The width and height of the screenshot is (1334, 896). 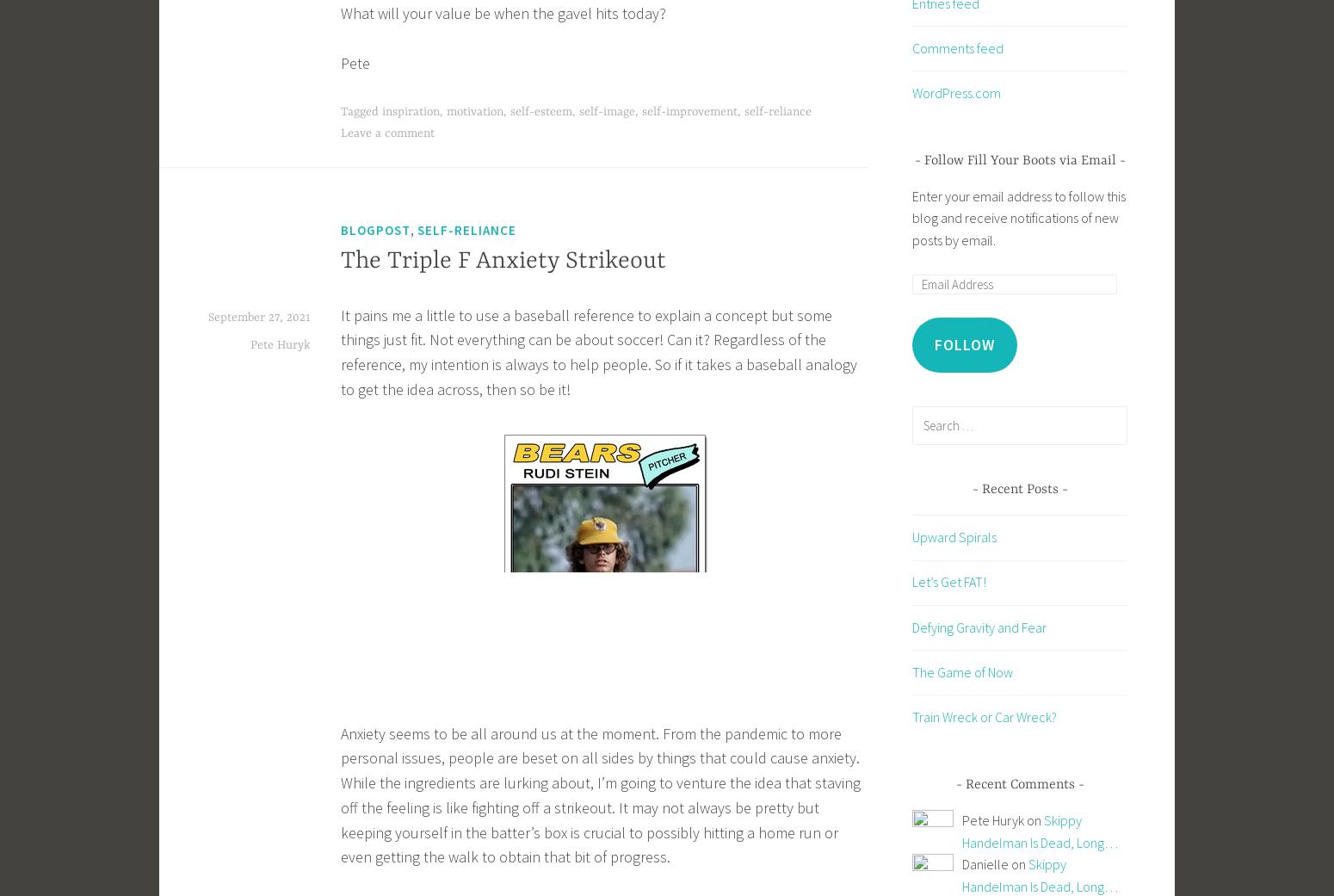 I want to click on 'Leave a comment', so click(x=387, y=133).